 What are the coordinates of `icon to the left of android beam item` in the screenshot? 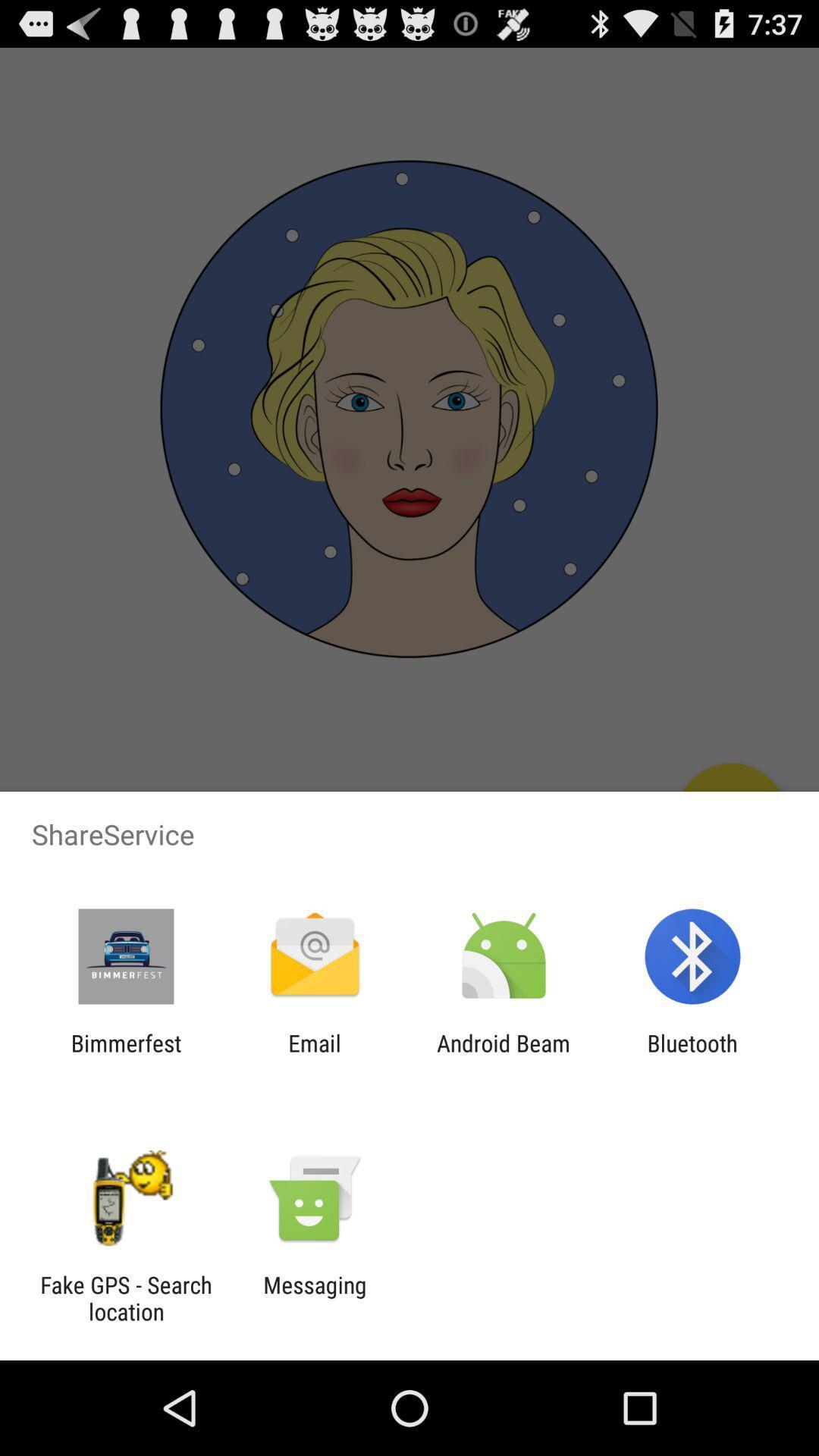 It's located at (314, 1056).